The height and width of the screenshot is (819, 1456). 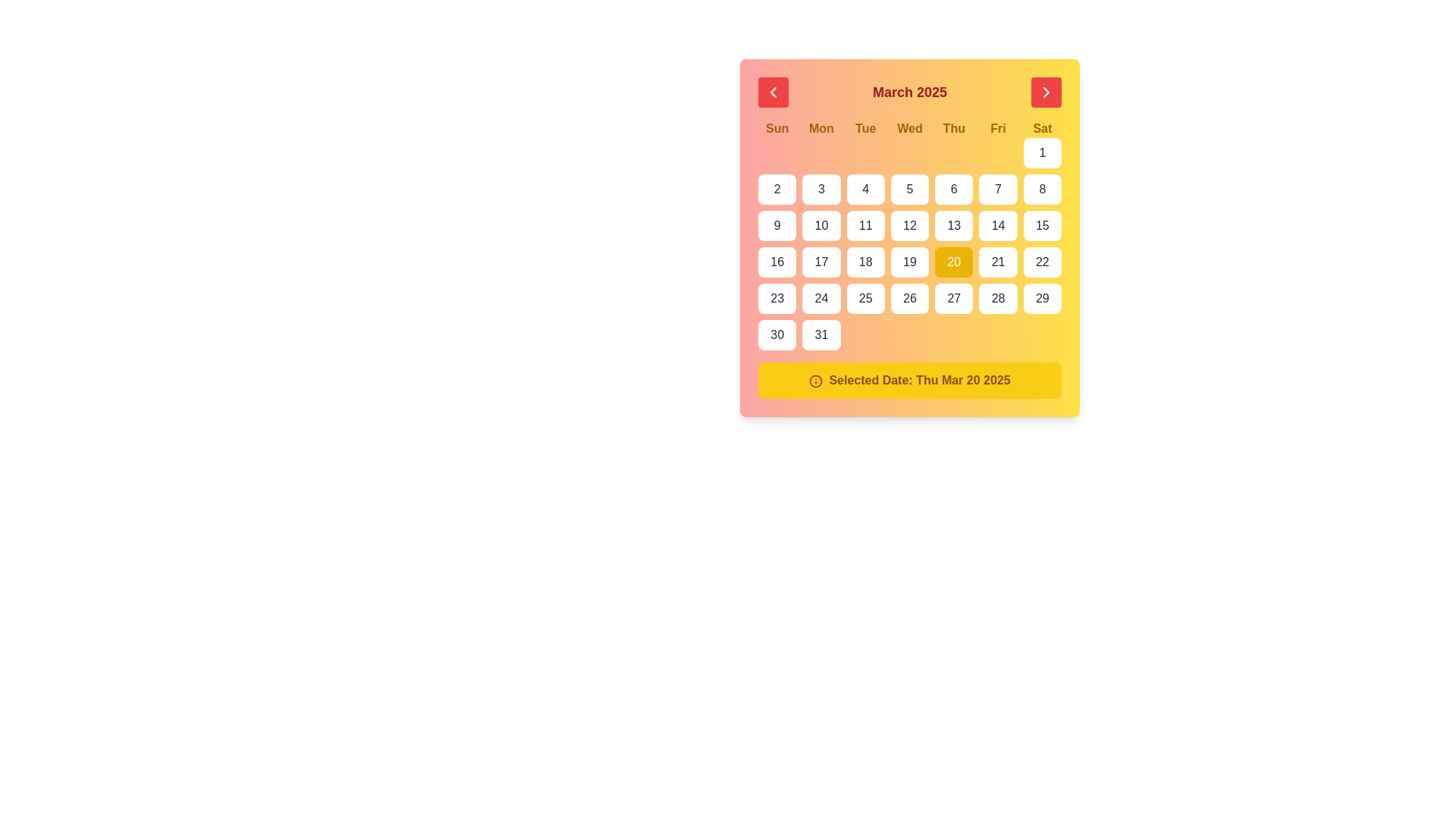 What do you see at coordinates (865, 127) in the screenshot?
I see `the Text label for Tuesday, which is the third element in a row of seven days of the week in the calendar interface, positioned between 'Mon' and 'Wed'` at bounding box center [865, 127].